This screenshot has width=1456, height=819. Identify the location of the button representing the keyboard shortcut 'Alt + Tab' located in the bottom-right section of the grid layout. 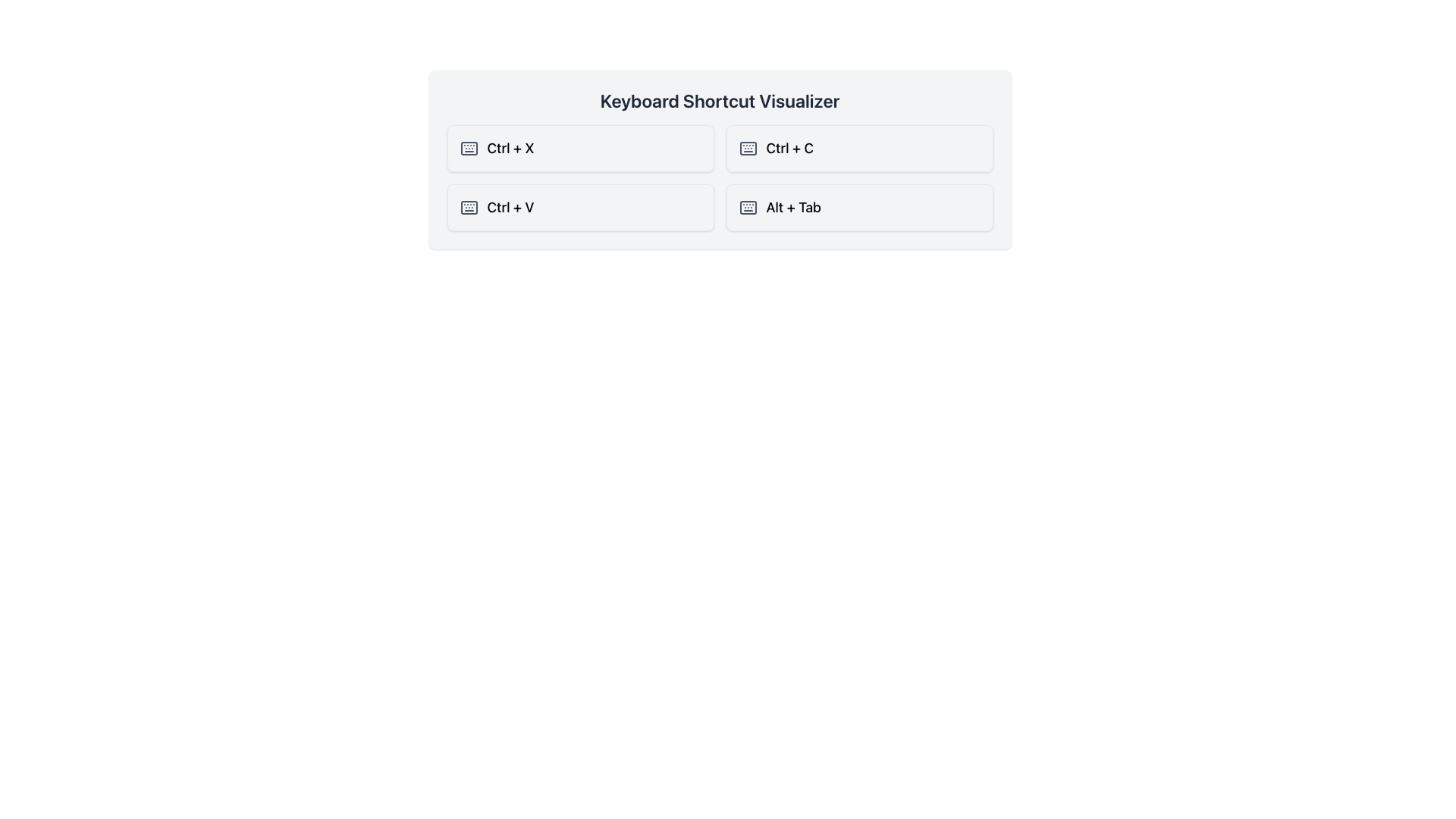
(859, 207).